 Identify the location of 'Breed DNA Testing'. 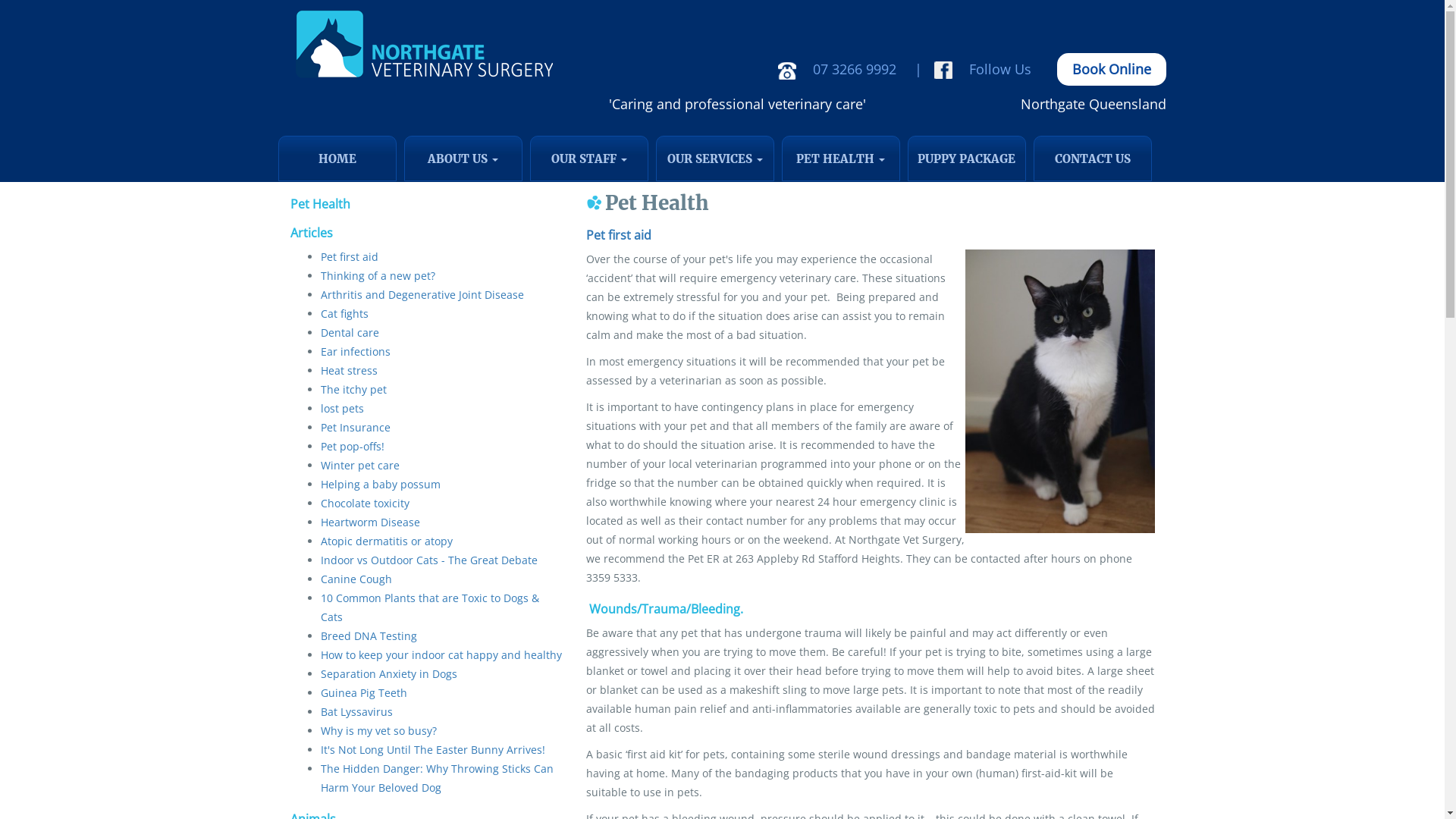
(368, 635).